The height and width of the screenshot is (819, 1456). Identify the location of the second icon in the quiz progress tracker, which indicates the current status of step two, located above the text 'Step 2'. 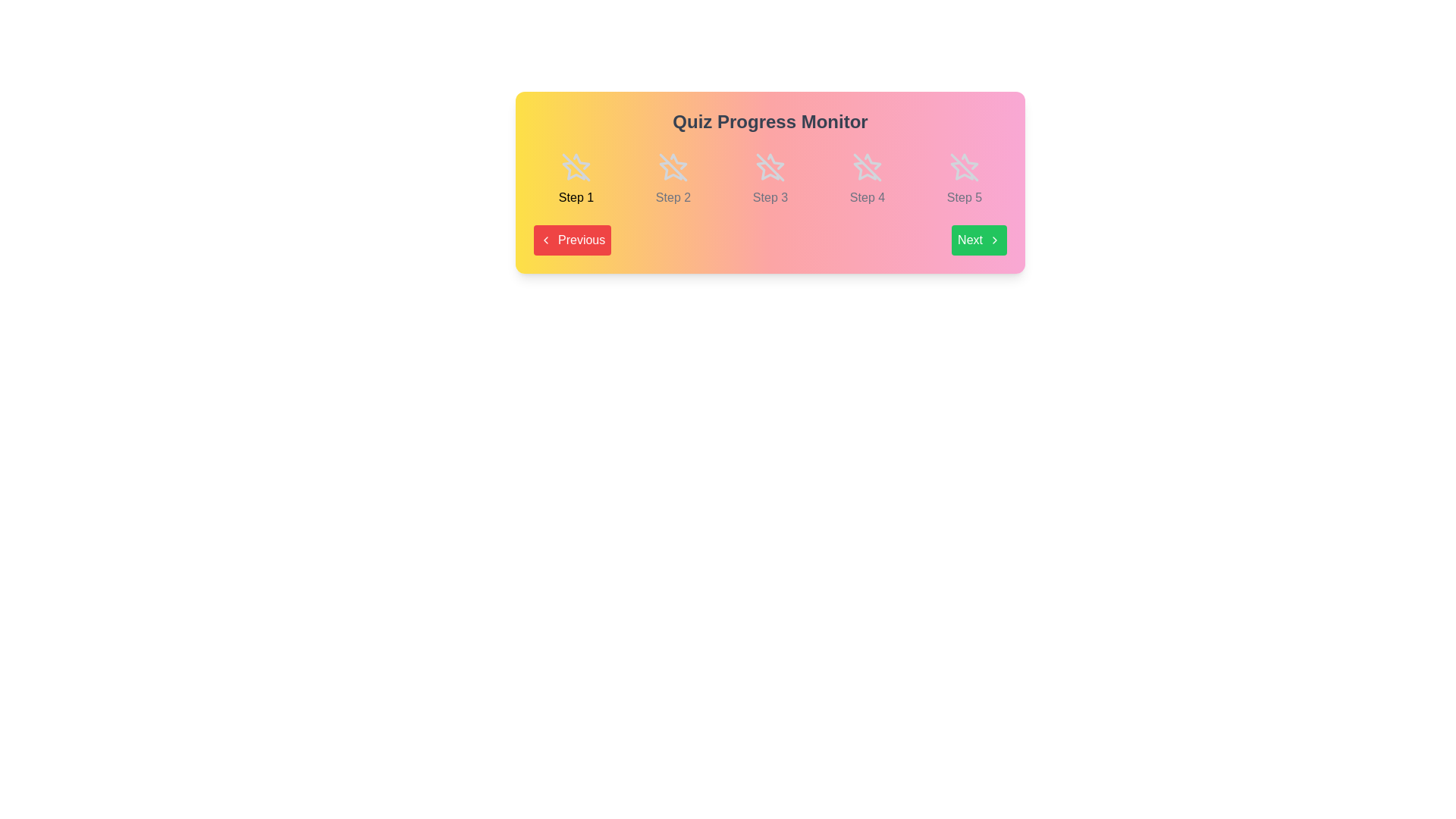
(670, 171).